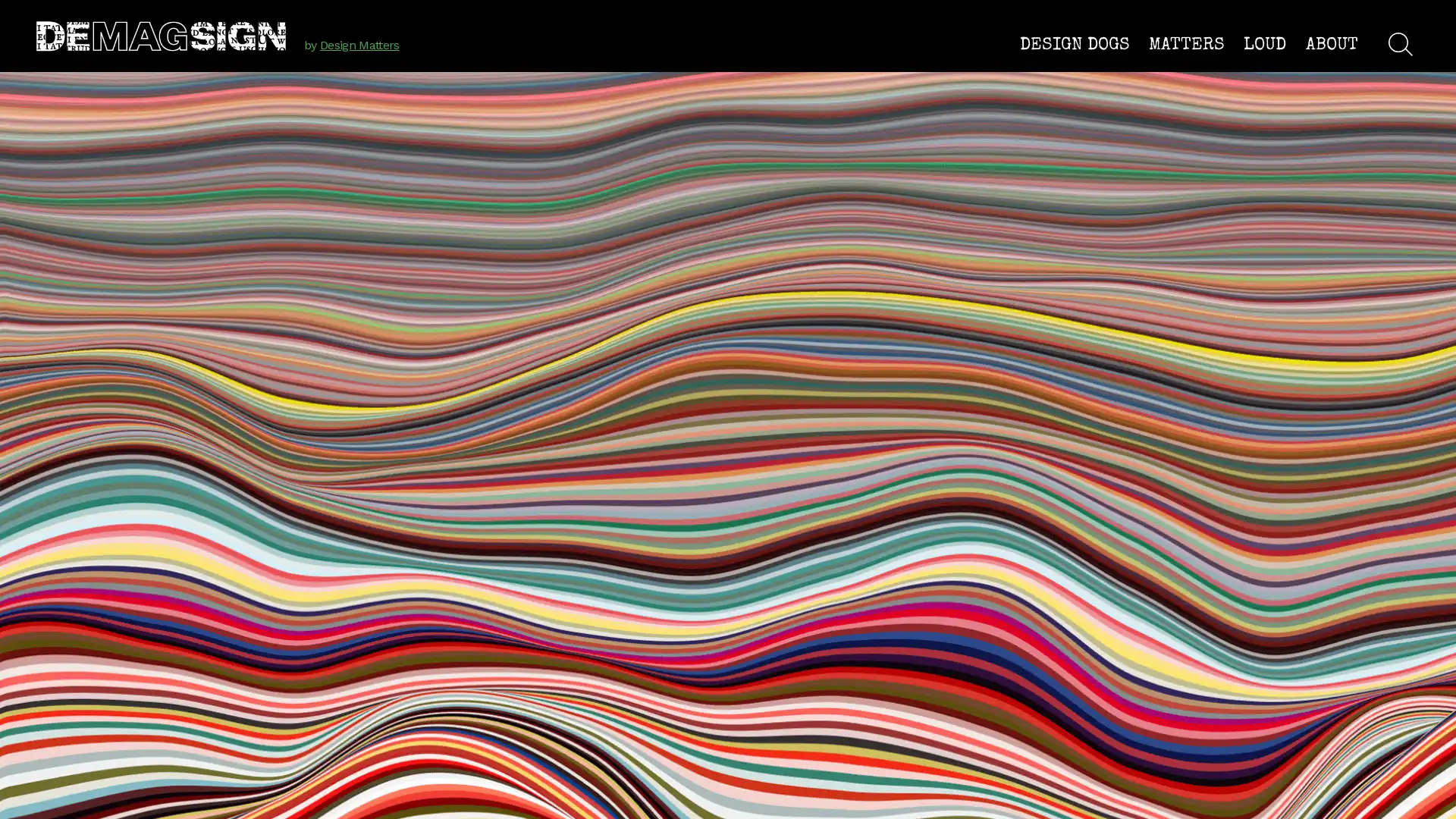 This screenshot has height=819, width=1456. Describe the element at coordinates (1400, 42) in the screenshot. I see `Search` at that location.